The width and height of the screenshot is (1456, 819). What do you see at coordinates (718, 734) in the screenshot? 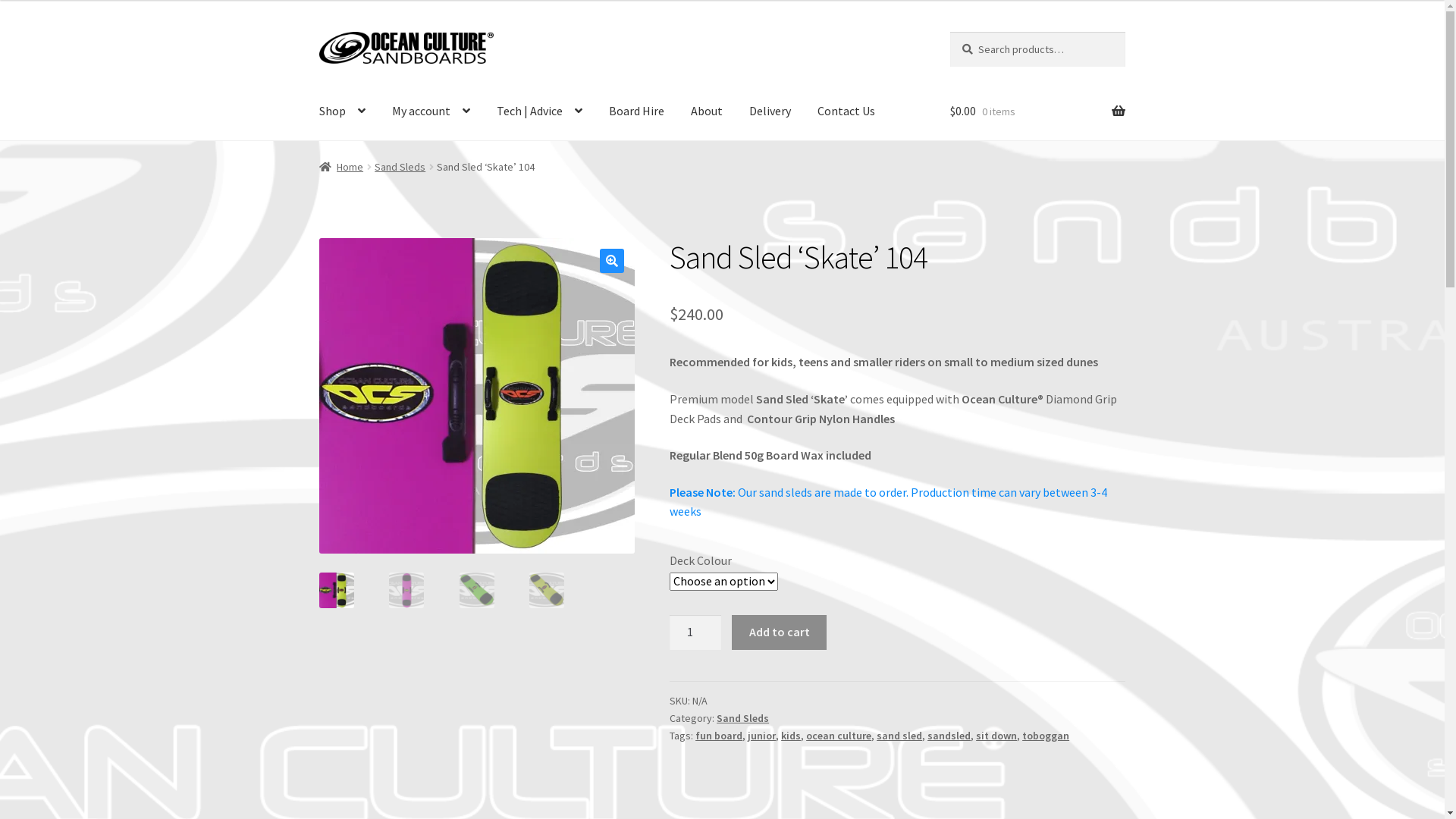
I see `'fun board'` at bounding box center [718, 734].